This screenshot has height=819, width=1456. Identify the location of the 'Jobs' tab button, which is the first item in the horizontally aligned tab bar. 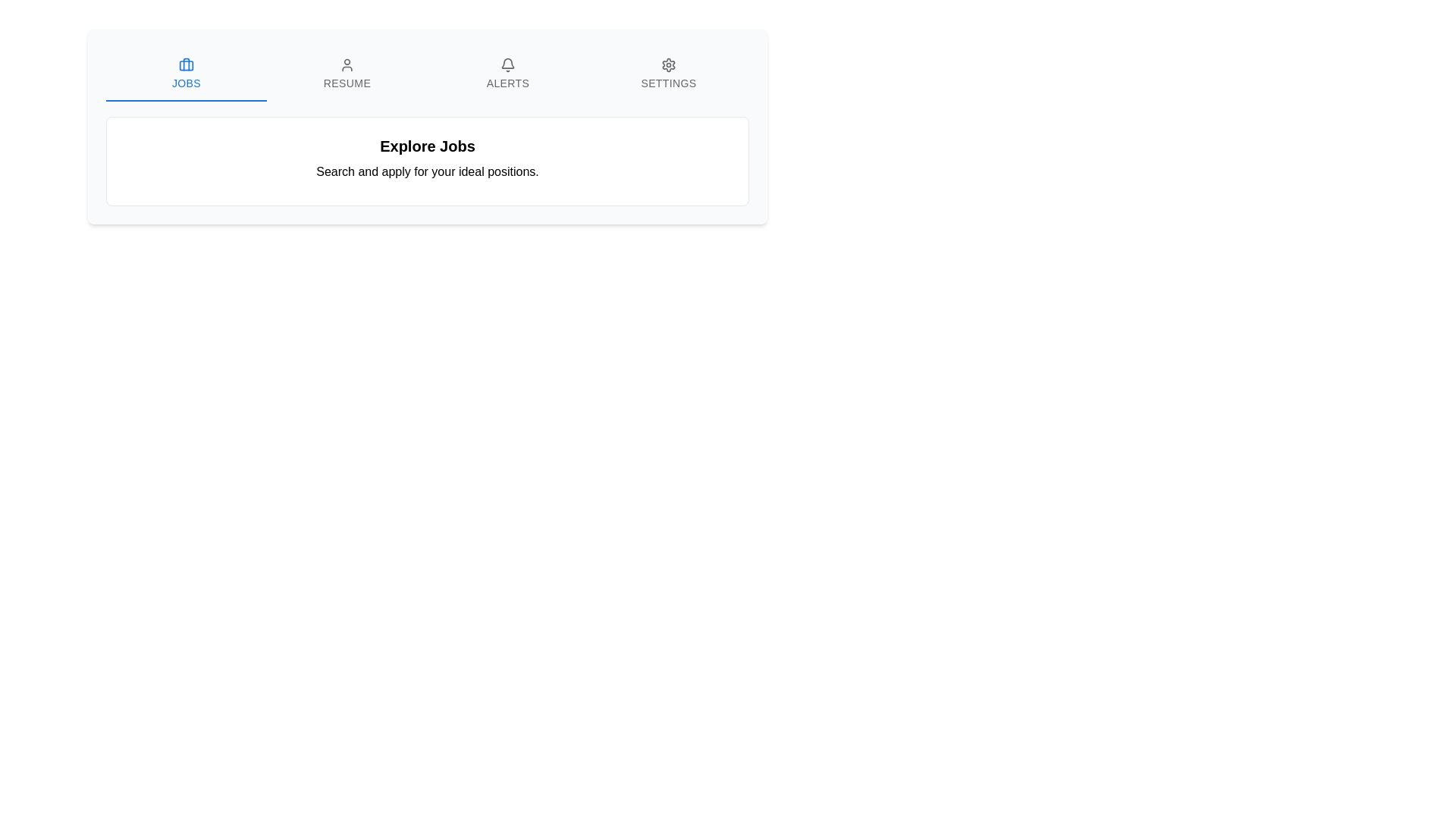
(185, 74).